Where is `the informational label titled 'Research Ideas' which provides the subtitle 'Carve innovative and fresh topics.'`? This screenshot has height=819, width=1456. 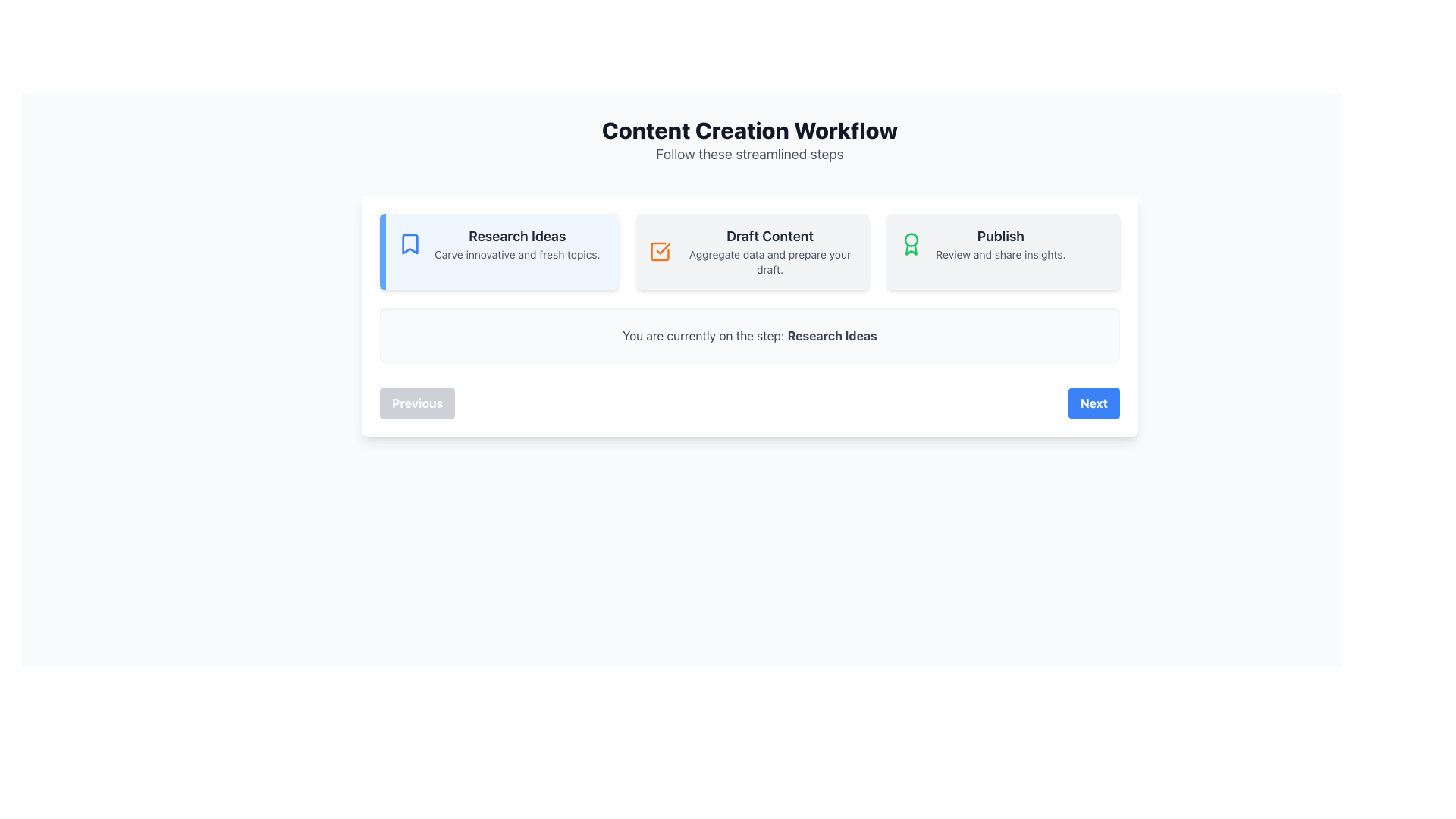 the informational label titled 'Research Ideas' which provides the subtitle 'Carve innovative and fresh topics.' is located at coordinates (517, 243).